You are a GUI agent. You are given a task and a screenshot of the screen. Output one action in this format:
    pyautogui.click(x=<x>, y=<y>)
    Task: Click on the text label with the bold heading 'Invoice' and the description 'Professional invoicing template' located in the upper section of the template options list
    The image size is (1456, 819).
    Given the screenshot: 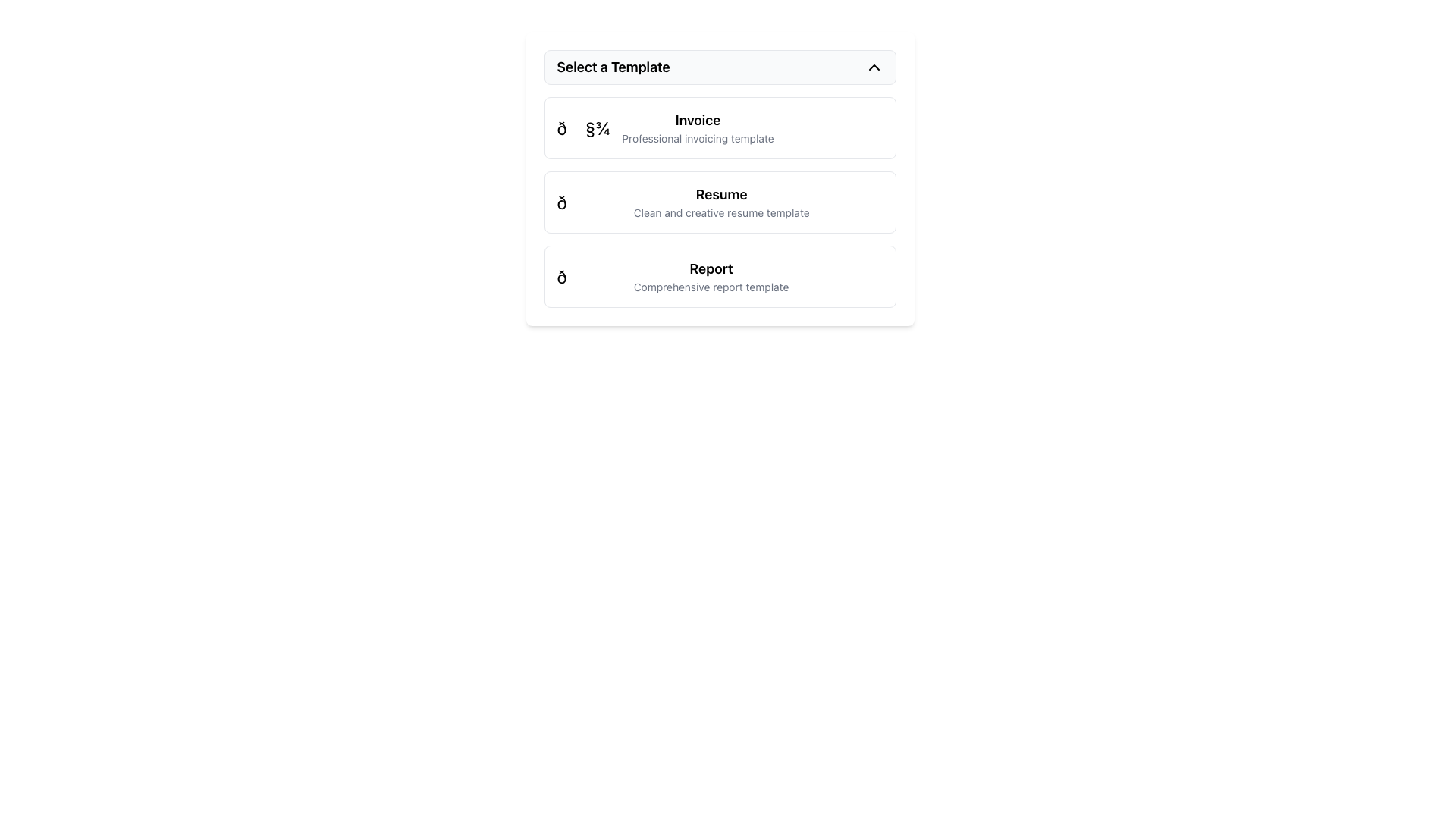 What is the action you would take?
    pyautogui.click(x=697, y=127)
    